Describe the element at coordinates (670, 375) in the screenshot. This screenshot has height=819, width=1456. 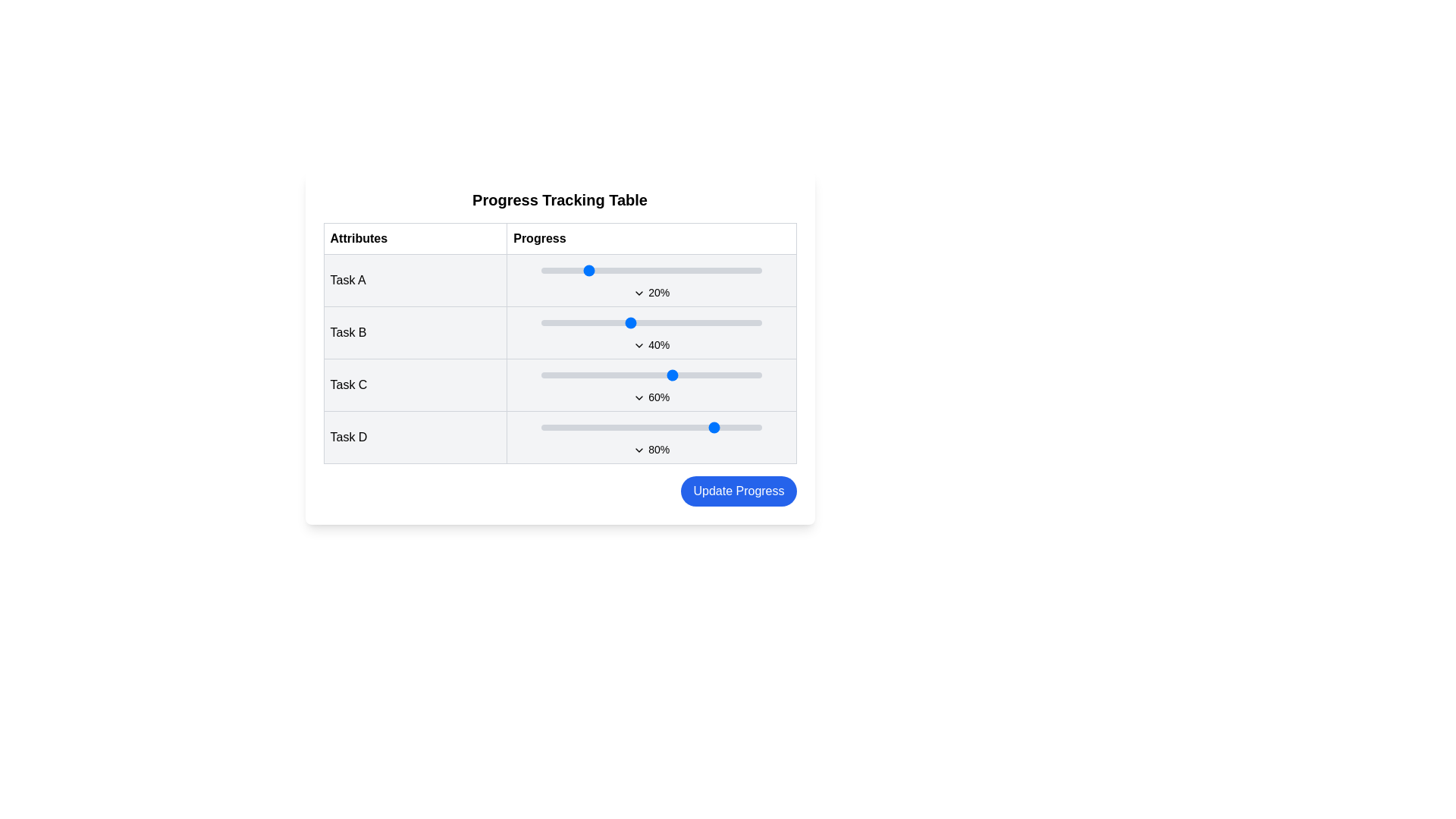
I see `the progress for Task C` at that location.